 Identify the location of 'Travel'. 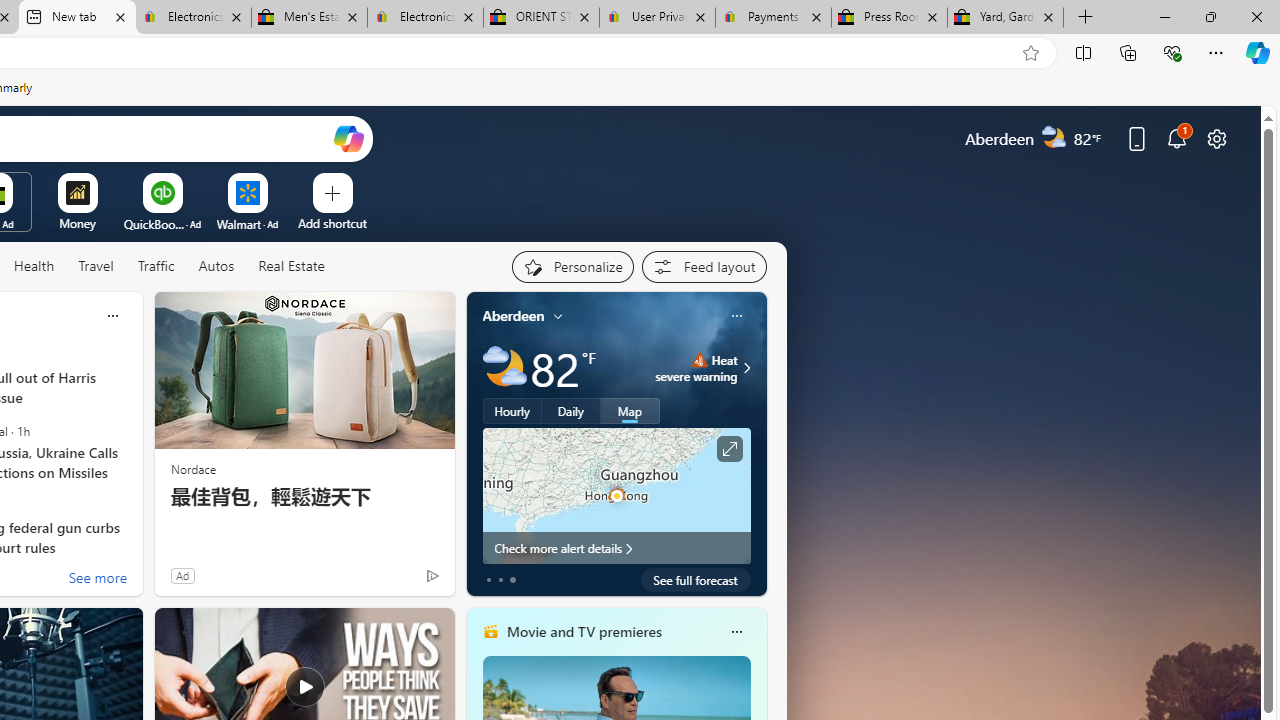
(95, 266).